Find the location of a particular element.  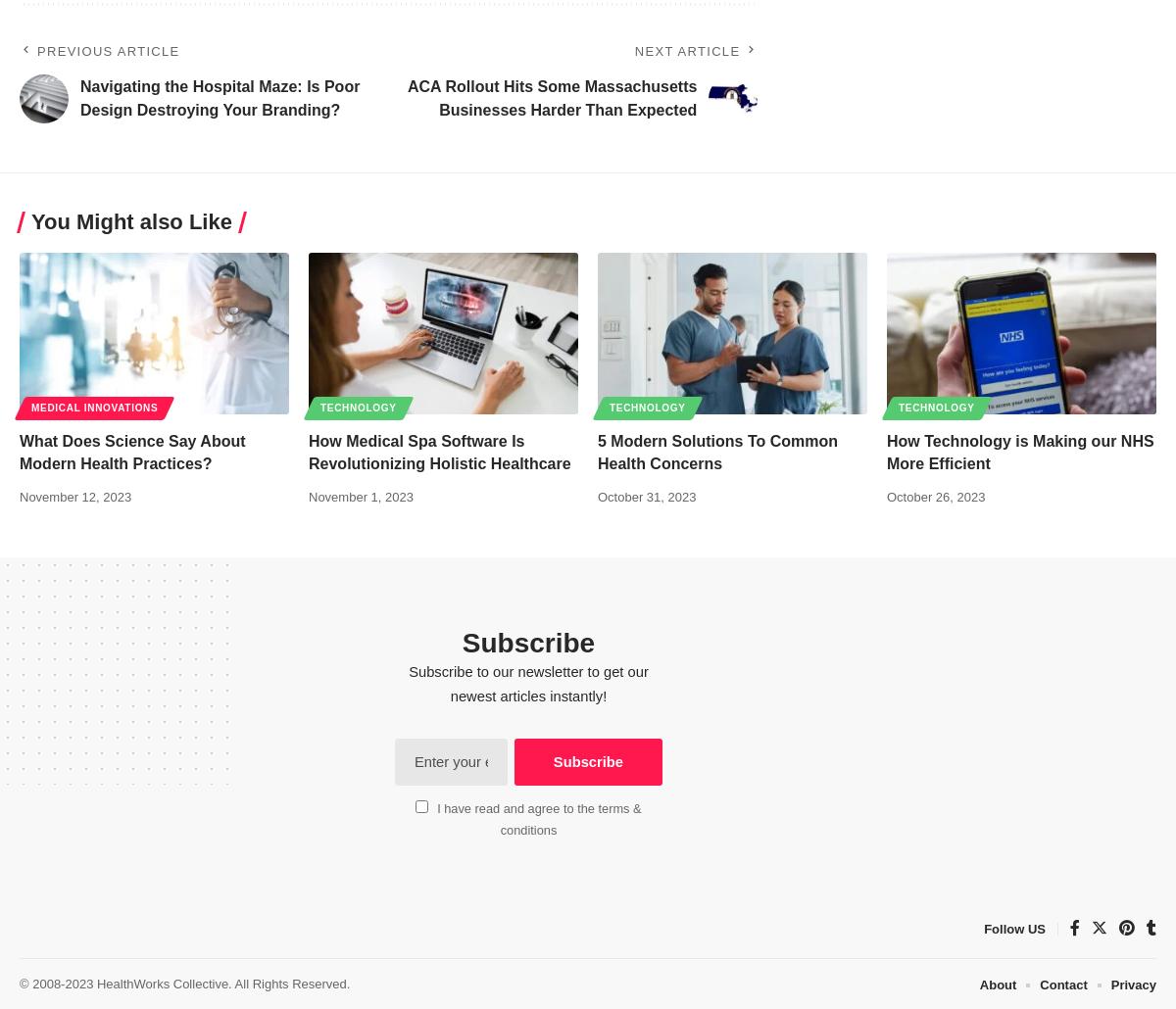

'5 Modern Solutions To Common Health Concerns' is located at coordinates (717, 451).